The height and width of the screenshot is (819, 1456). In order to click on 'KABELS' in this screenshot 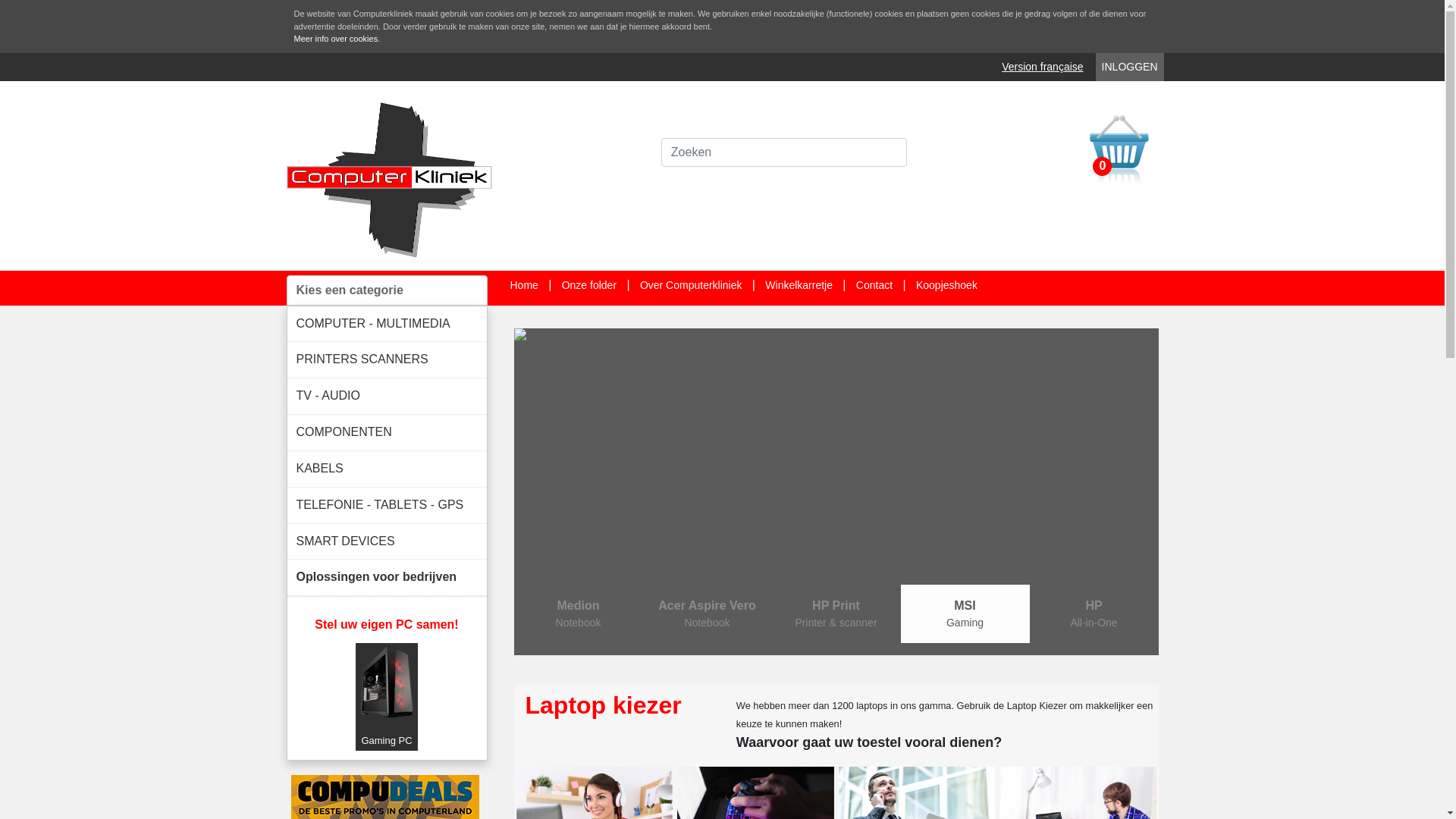, I will do `click(386, 468)`.